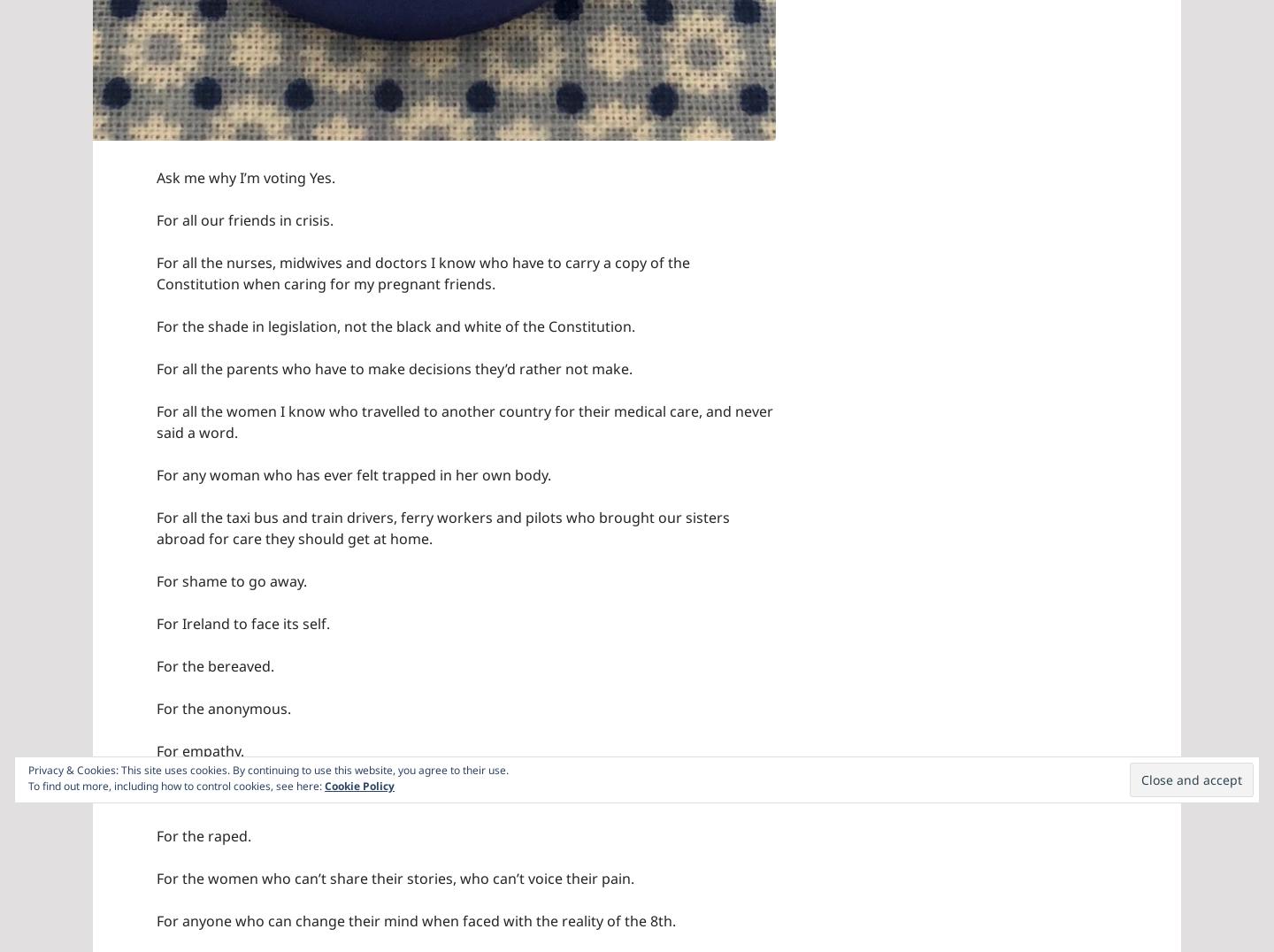 The height and width of the screenshot is (952, 1274). Describe the element at coordinates (155, 580) in the screenshot. I see `'For shame to go away.'` at that location.